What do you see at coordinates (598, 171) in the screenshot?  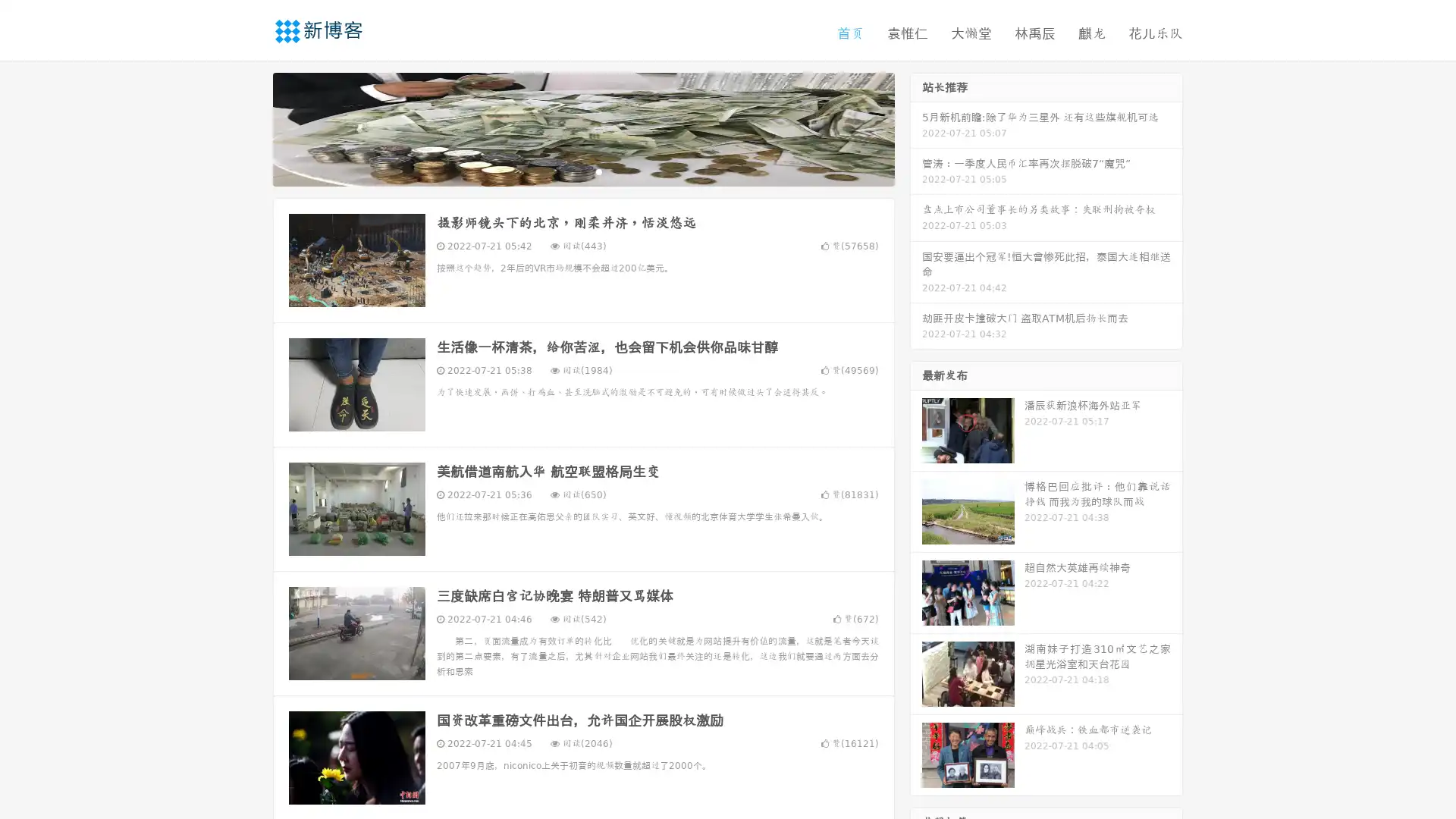 I see `Go to slide 3` at bounding box center [598, 171].